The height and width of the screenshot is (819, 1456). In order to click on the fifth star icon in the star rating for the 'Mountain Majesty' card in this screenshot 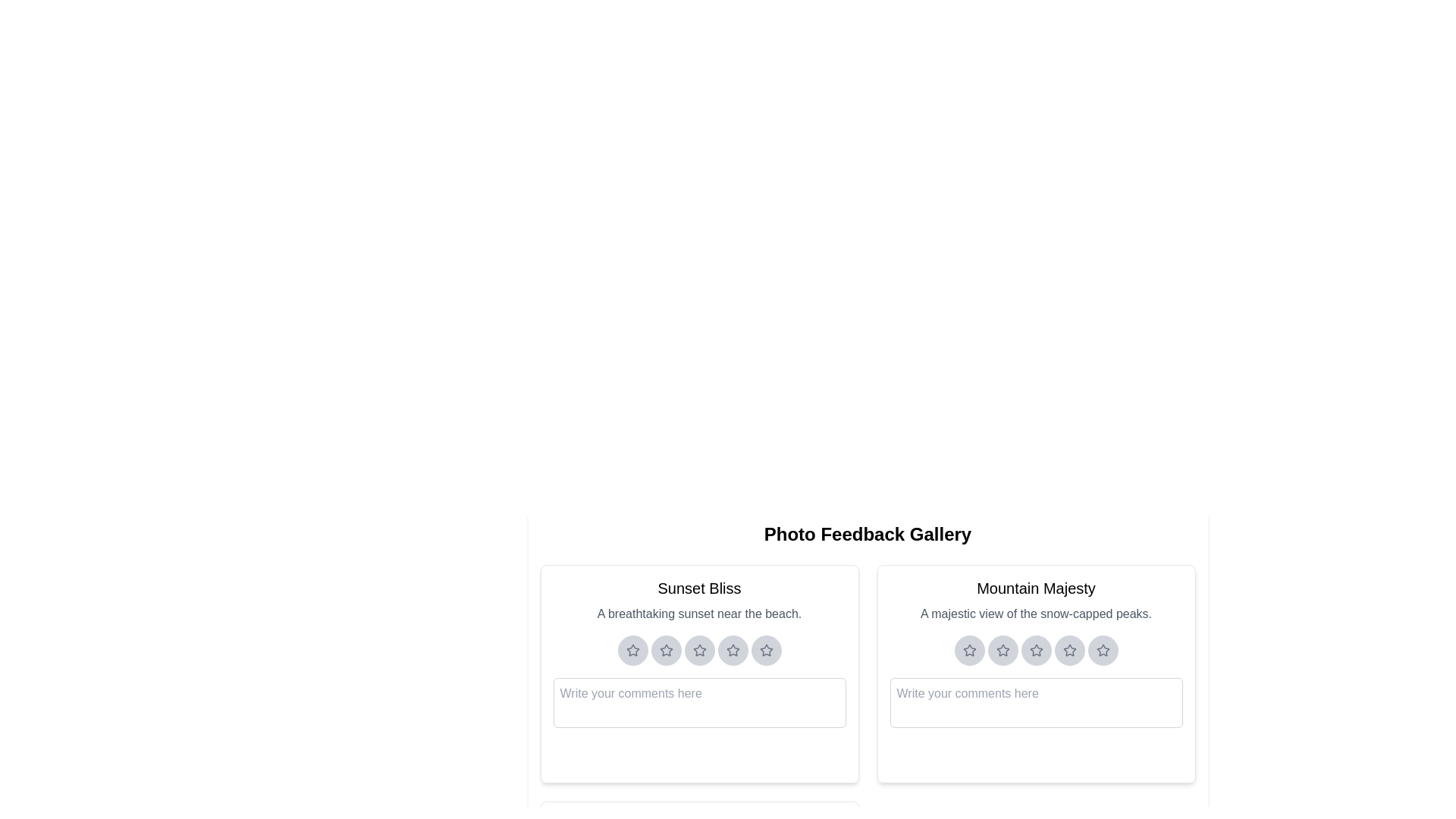, I will do `click(1103, 649)`.